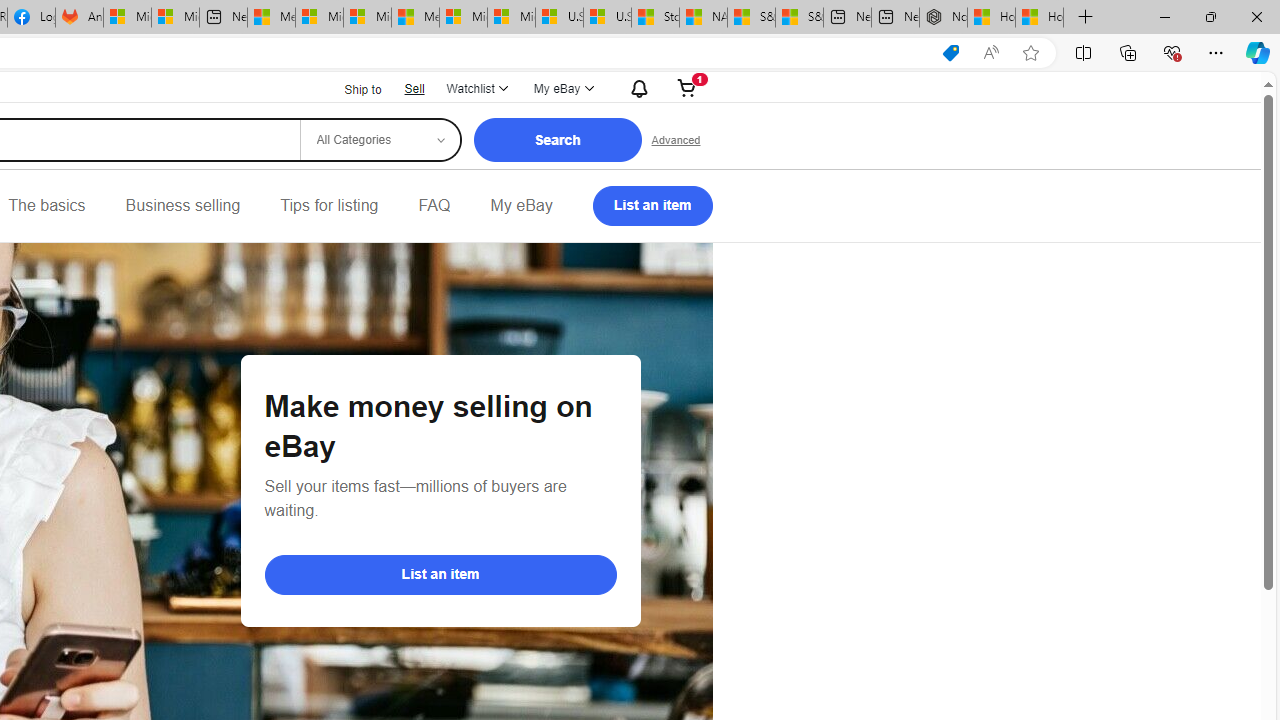 This screenshot has height=720, width=1280. Describe the element at coordinates (675, 139) in the screenshot. I see `'Advanced Search'` at that location.